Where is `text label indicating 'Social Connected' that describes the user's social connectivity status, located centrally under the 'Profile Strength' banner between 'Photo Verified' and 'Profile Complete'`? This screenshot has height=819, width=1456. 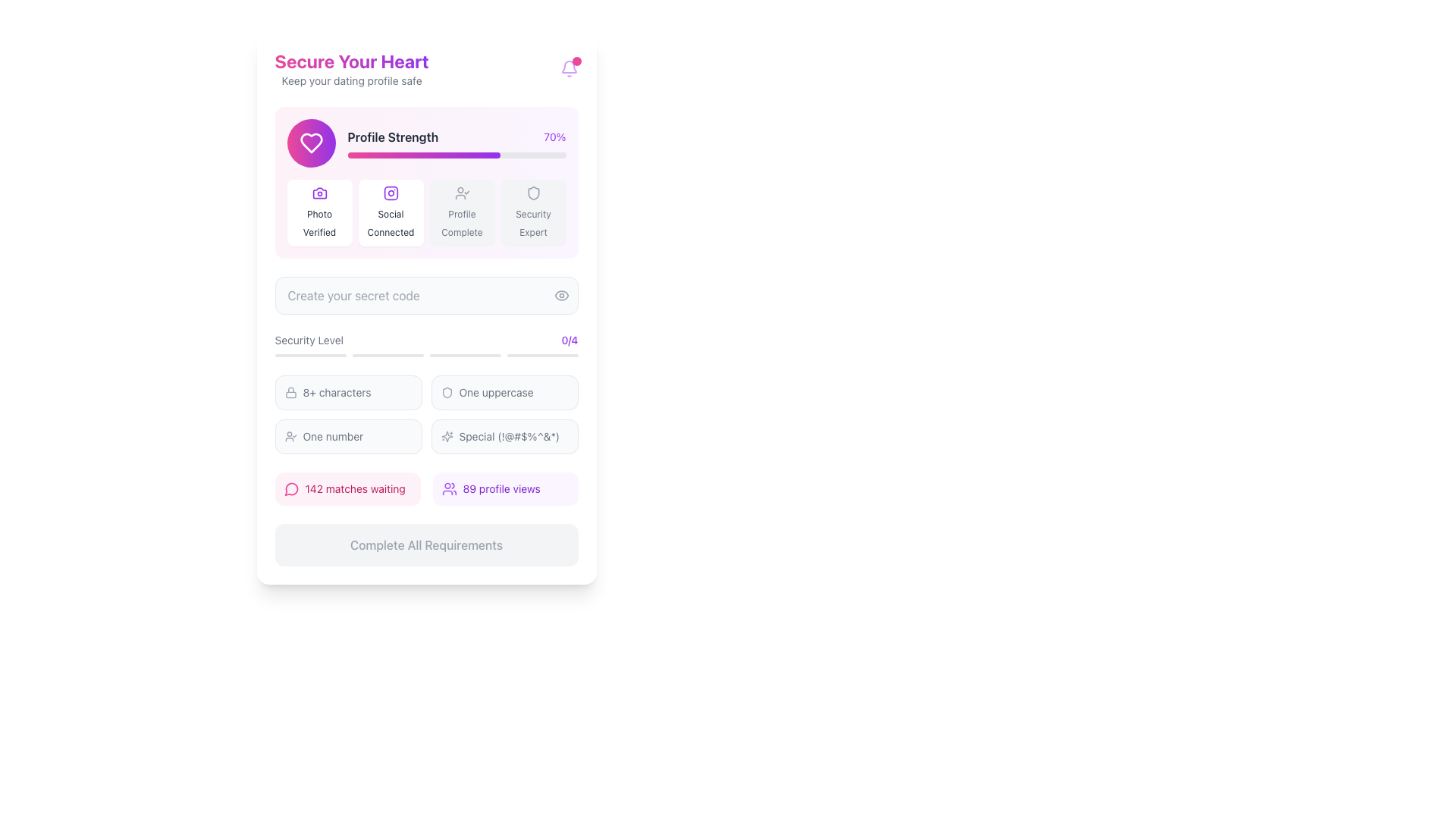
text label indicating 'Social Connected' that describes the user's social connectivity status, located centrally under the 'Profile Strength' banner between 'Photo Verified' and 'Profile Complete' is located at coordinates (391, 223).